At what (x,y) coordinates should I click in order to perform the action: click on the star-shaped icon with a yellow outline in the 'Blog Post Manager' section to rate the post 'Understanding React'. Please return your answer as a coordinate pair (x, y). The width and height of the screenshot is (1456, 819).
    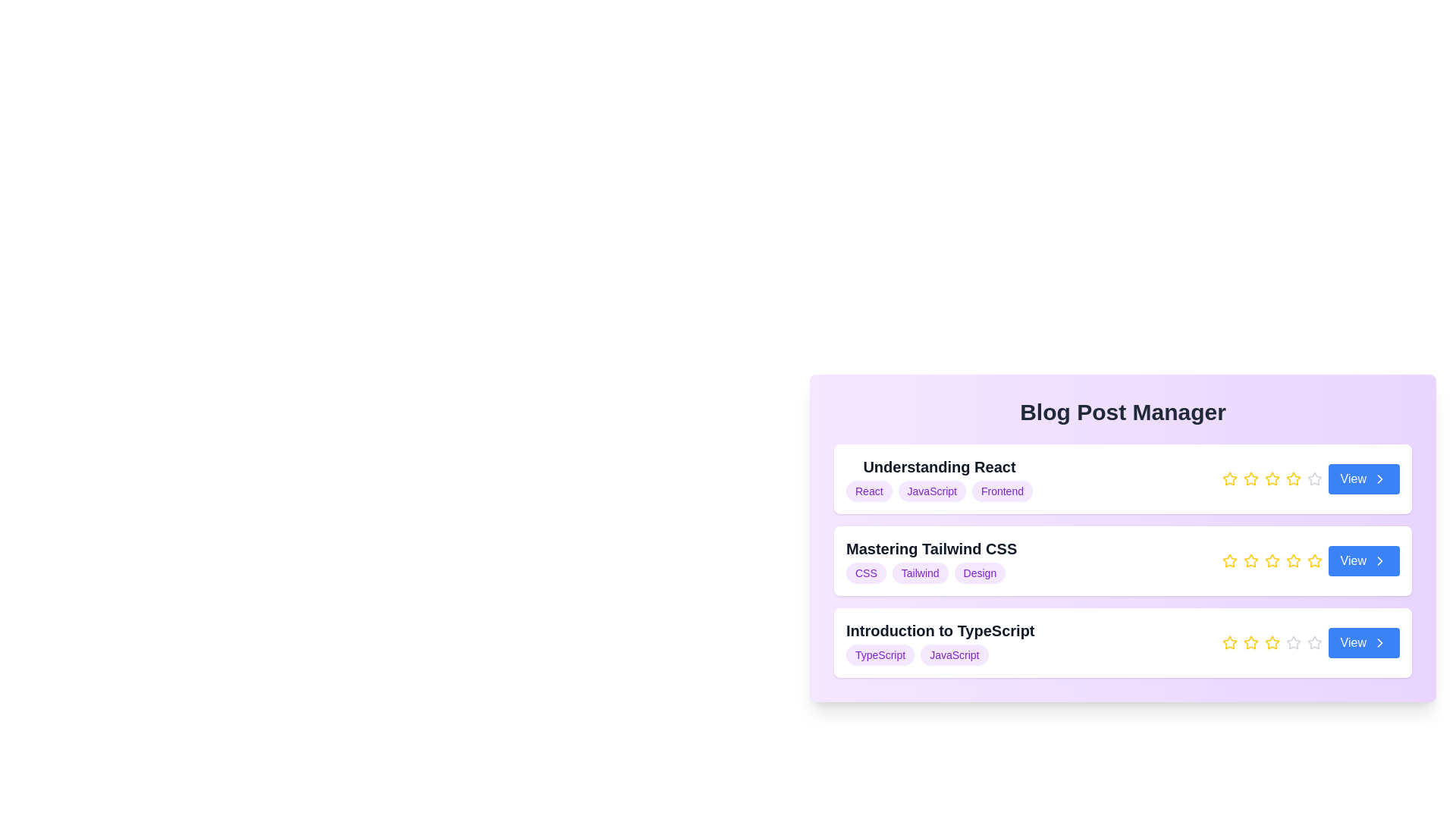
    Looking at the image, I should click on (1250, 479).